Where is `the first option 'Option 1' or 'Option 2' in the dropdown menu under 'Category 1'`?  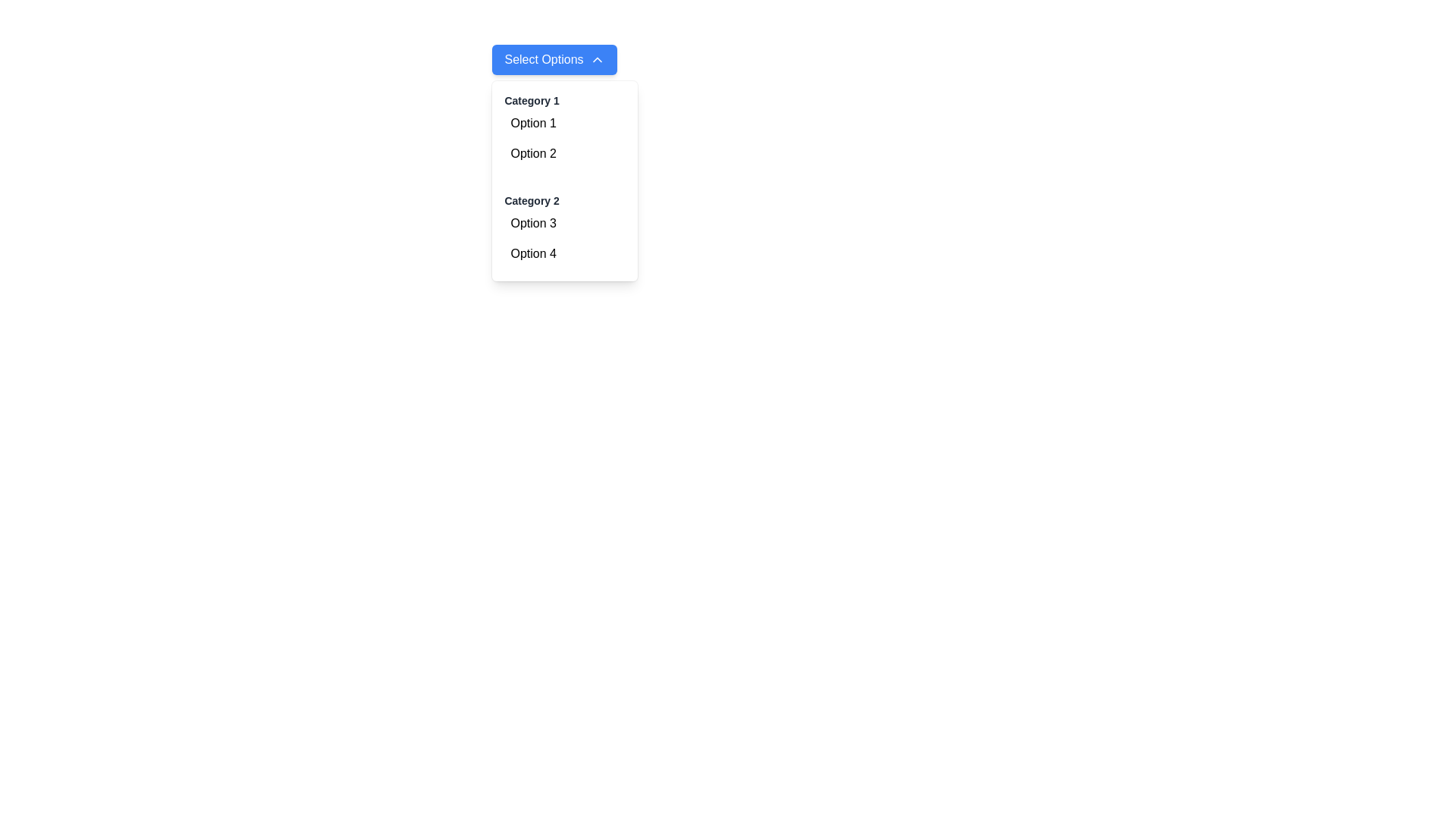 the first option 'Option 1' or 'Option 2' in the dropdown menu under 'Category 1' is located at coordinates (564, 138).